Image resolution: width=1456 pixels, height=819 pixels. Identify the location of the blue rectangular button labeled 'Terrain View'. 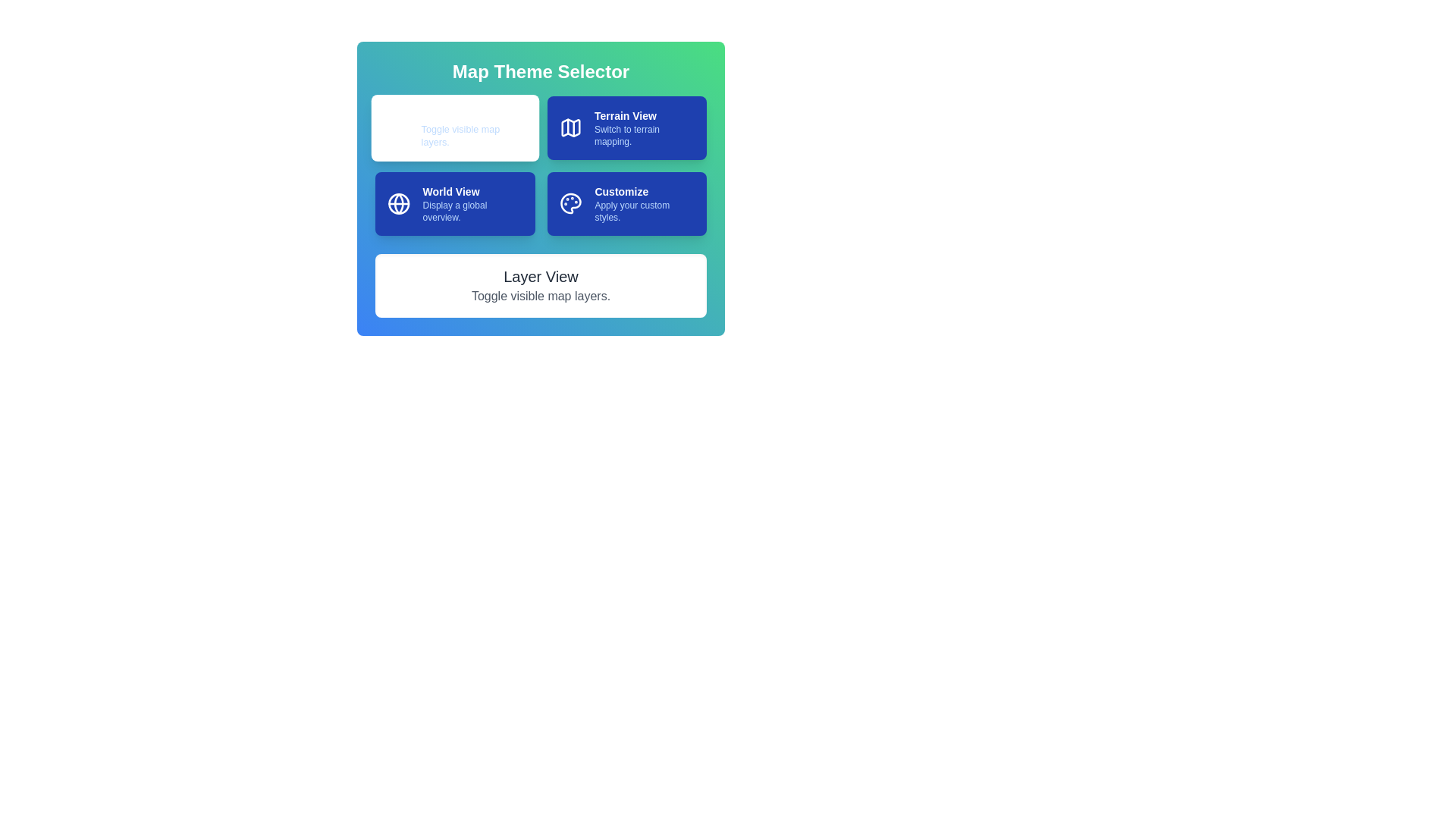
(626, 127).